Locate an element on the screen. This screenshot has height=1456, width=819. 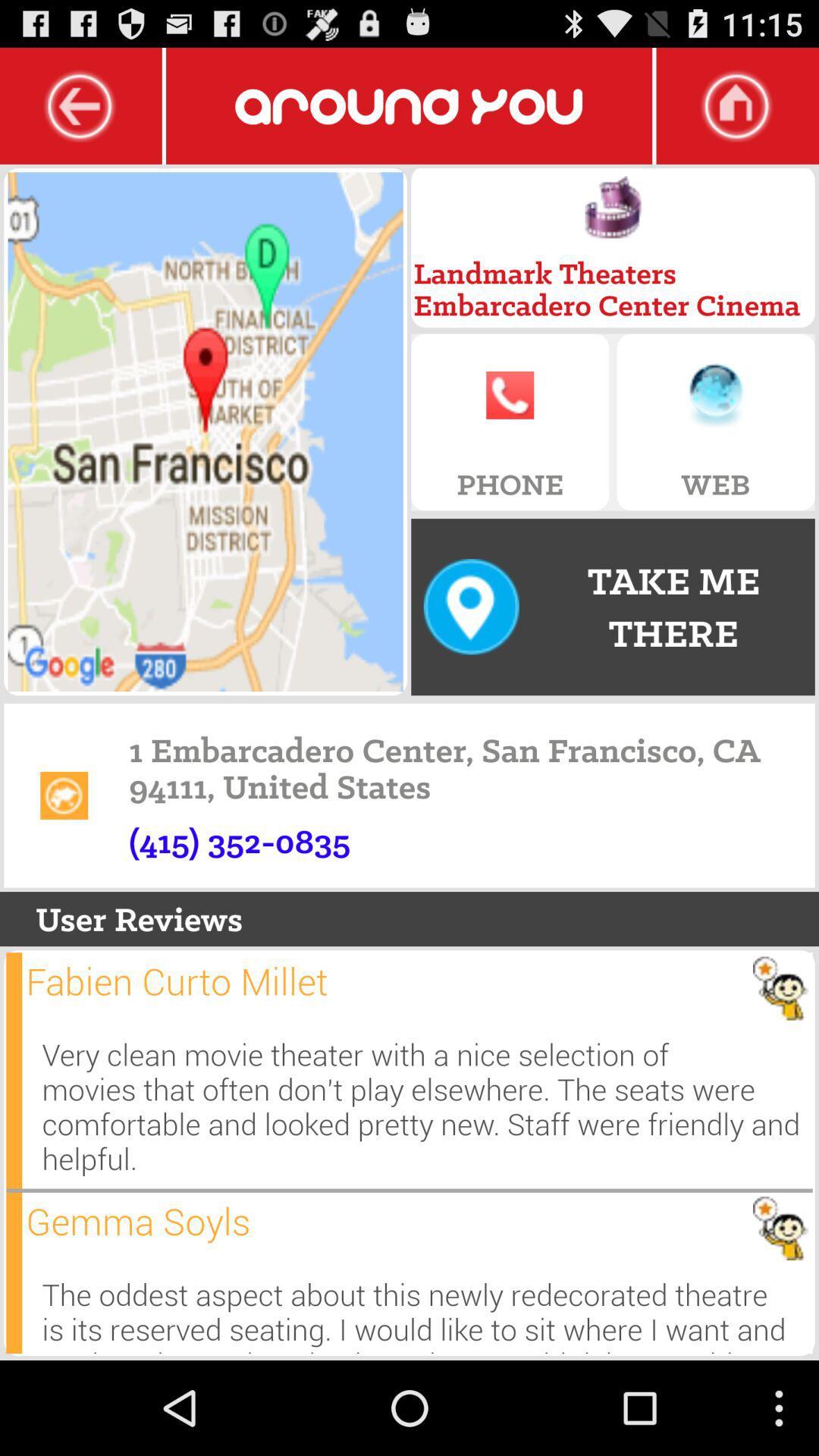
the item next to the fabien curto millet icon is located at coordinates (14, 1069).